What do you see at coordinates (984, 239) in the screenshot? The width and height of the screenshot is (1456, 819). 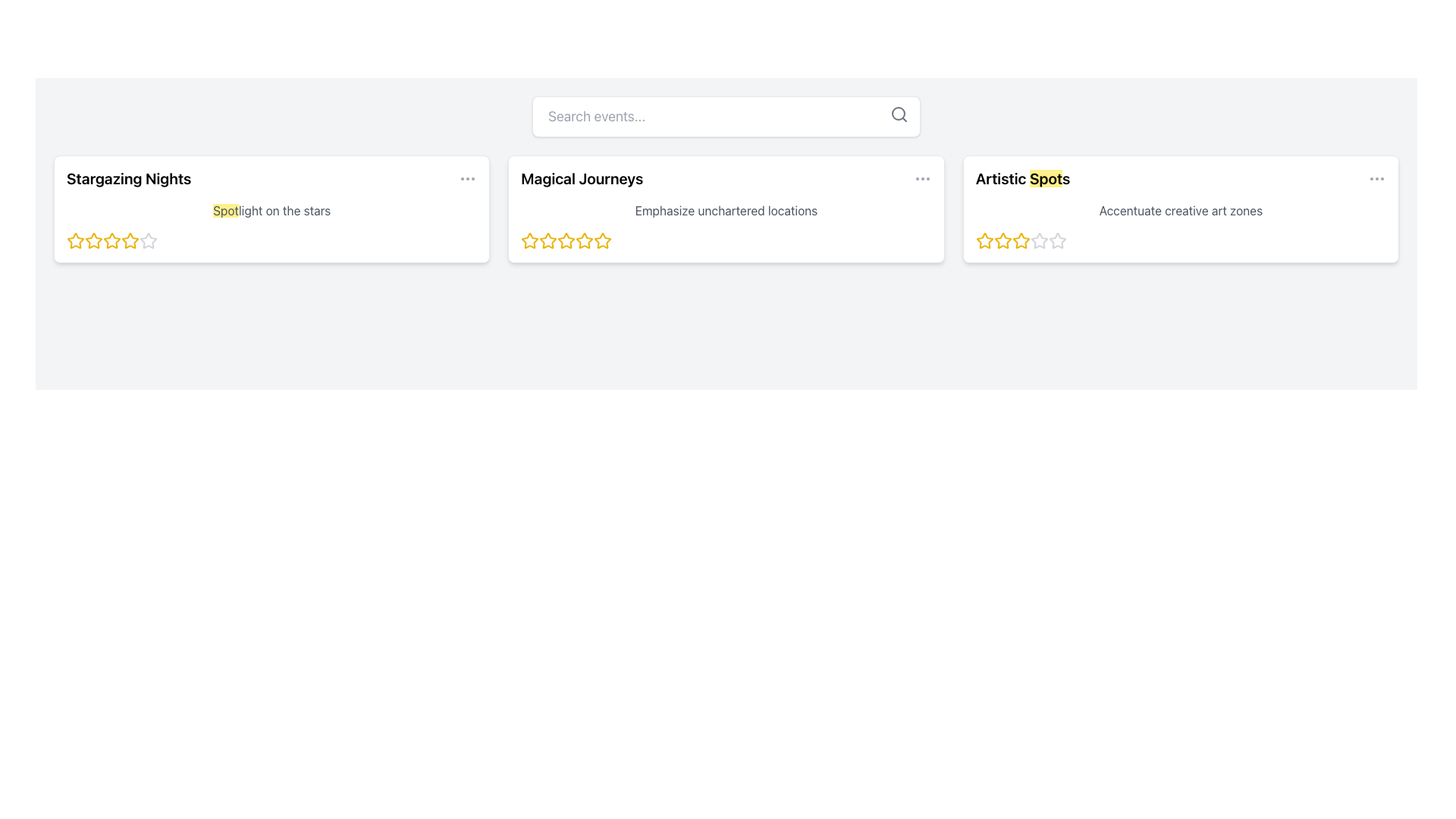 I see `the first star icon in the five-star rating system` at bounding box center [984, 239].